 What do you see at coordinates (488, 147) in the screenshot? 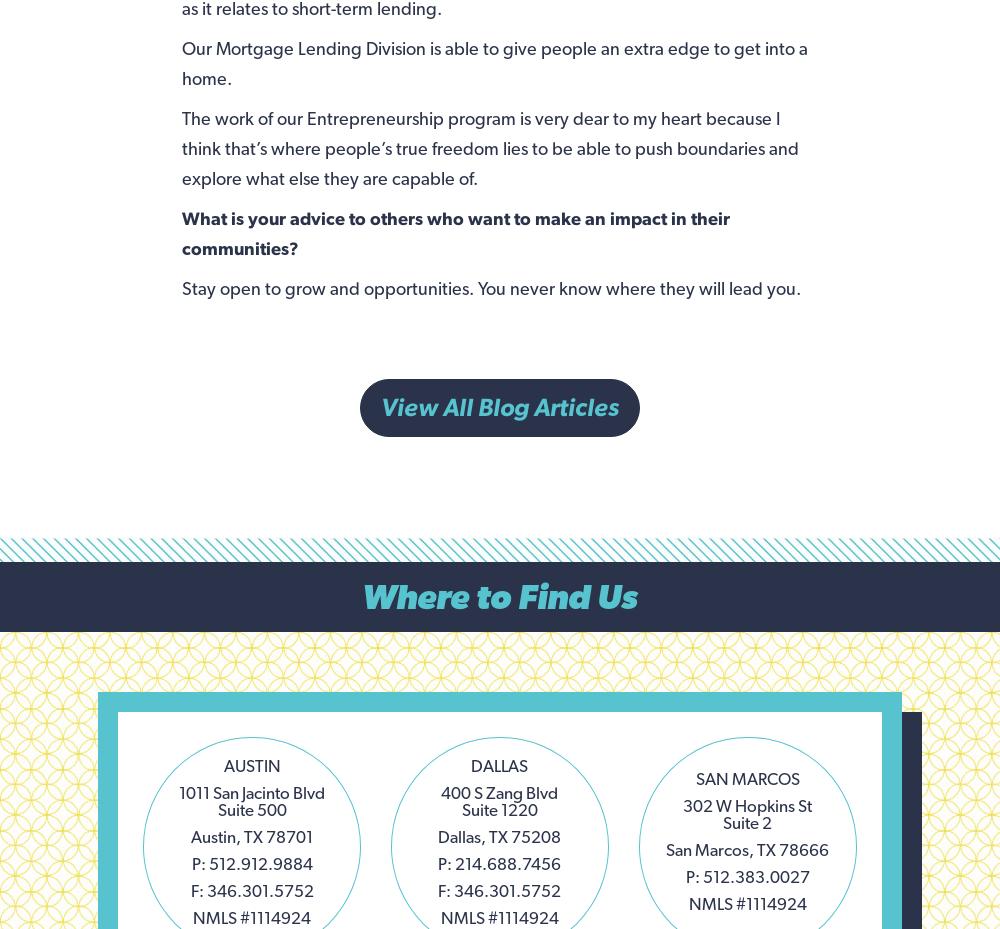
I see `'The work of our Entrepreneurship program is very dear to my heart because I think that’s where people’s true freedom lies to be able to push boundaries and explore what else they are capable of.'` at bounding box center [488, 147].